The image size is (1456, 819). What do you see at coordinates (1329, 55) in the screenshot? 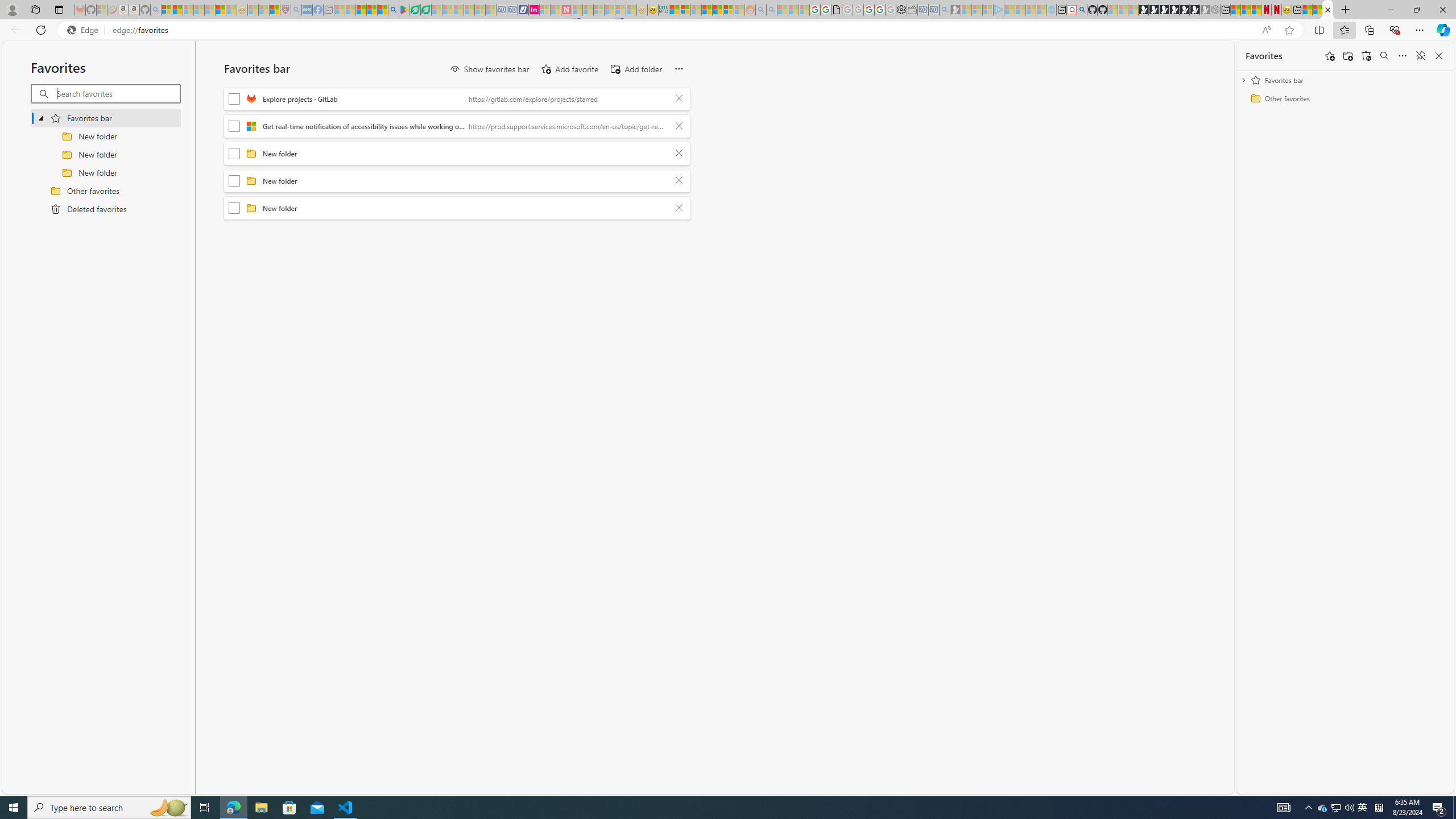
I see `'Add this page to favorites'` at bounding box center [1329, 55].